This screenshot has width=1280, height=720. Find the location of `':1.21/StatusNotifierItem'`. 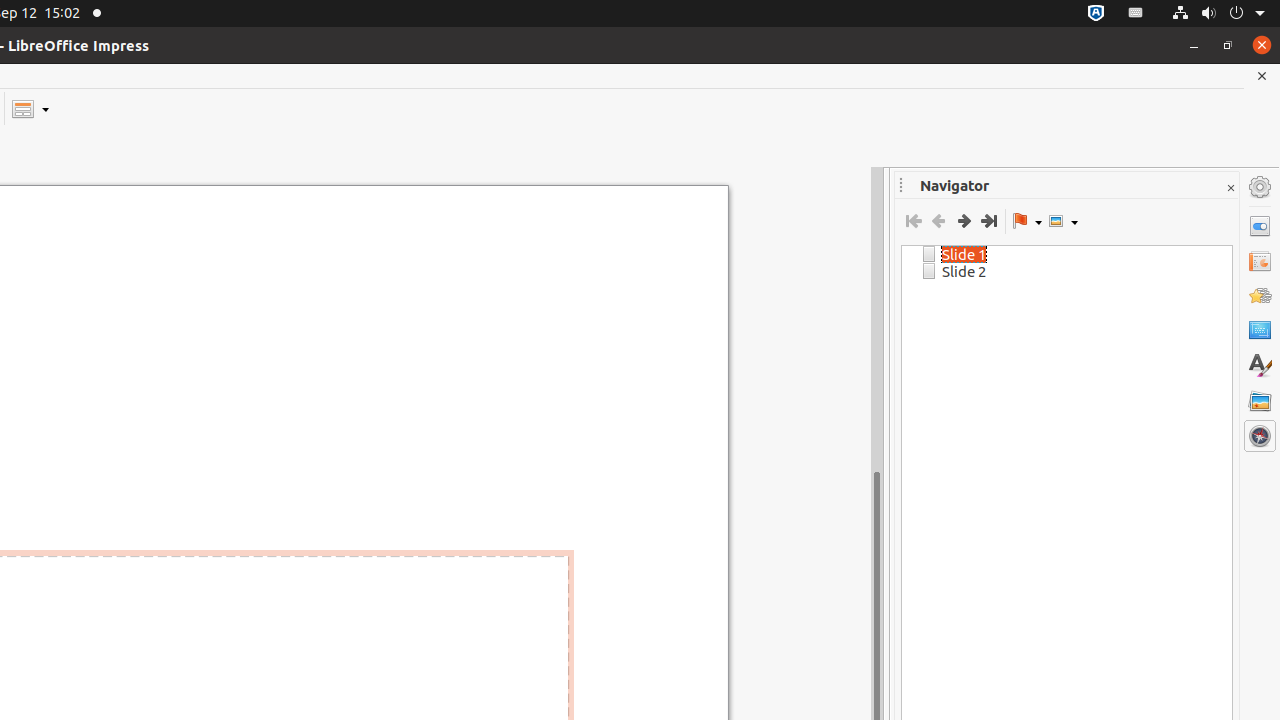

':1.21/StatusNotifierItem' is located at coordinates (1136, 13).